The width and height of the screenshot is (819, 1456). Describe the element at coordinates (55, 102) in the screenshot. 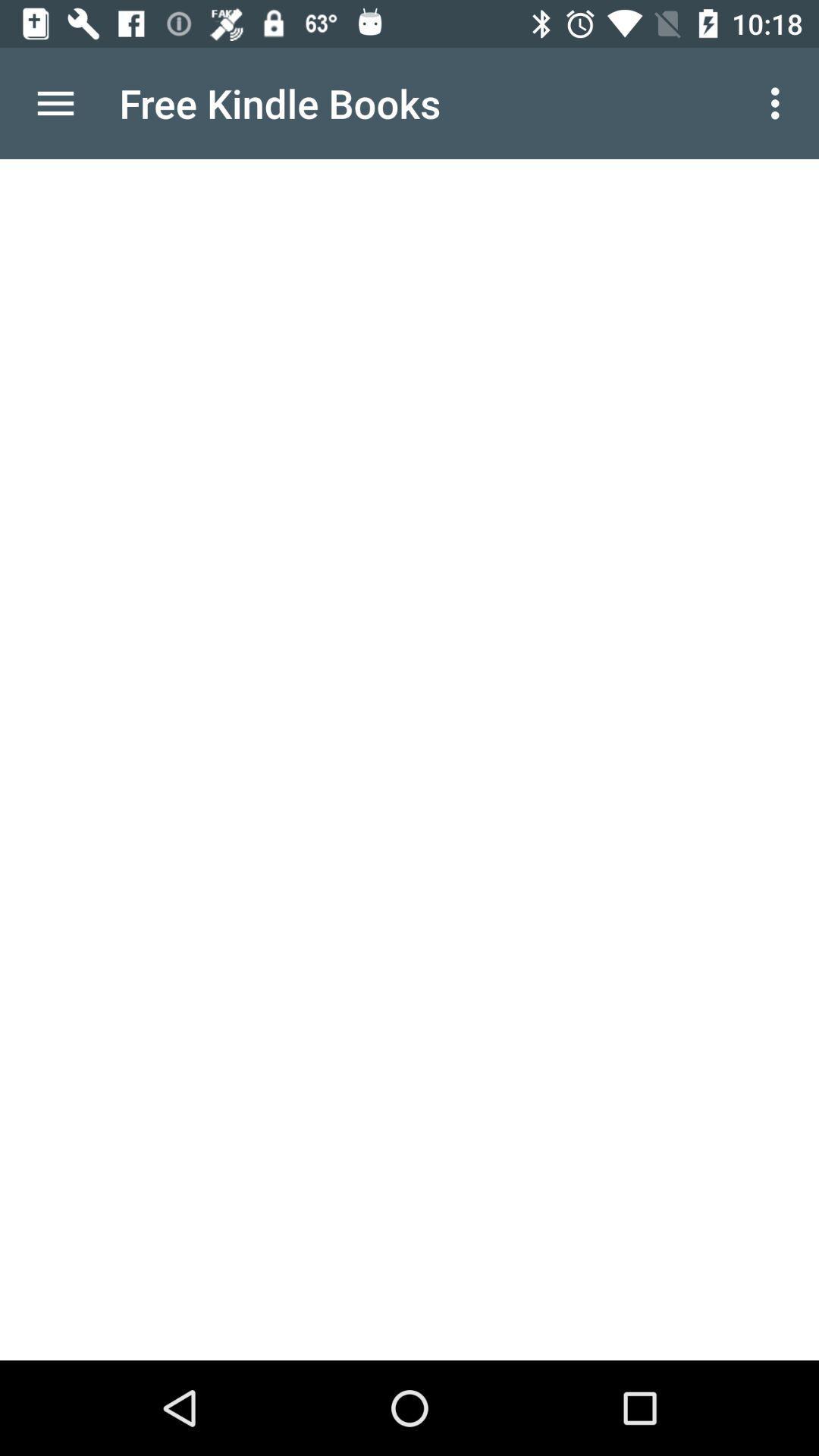

I see `item to the left of free kindle books` at that location.